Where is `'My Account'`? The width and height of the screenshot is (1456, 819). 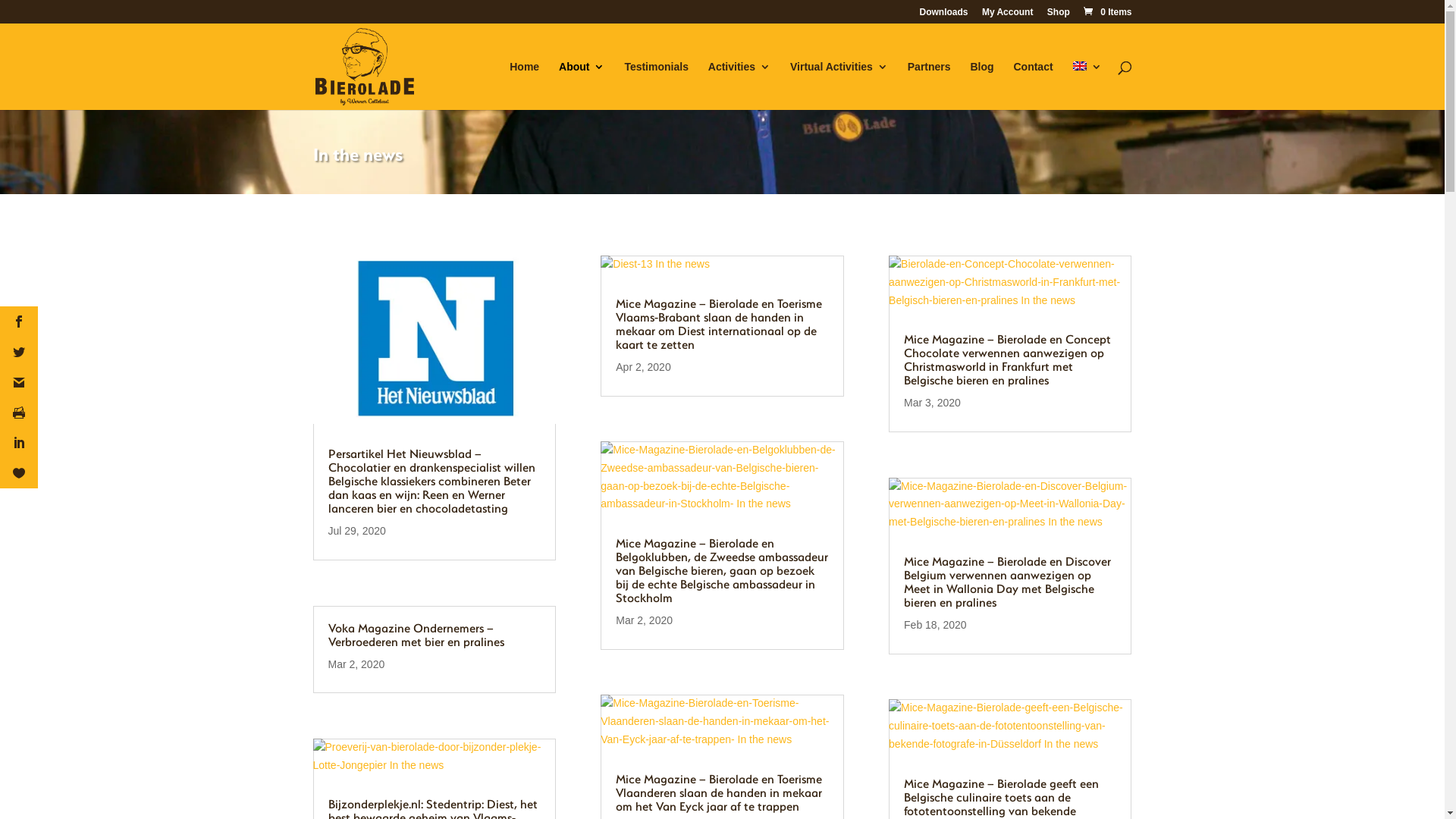 'My Account' is located at coordinates (1008, 15).